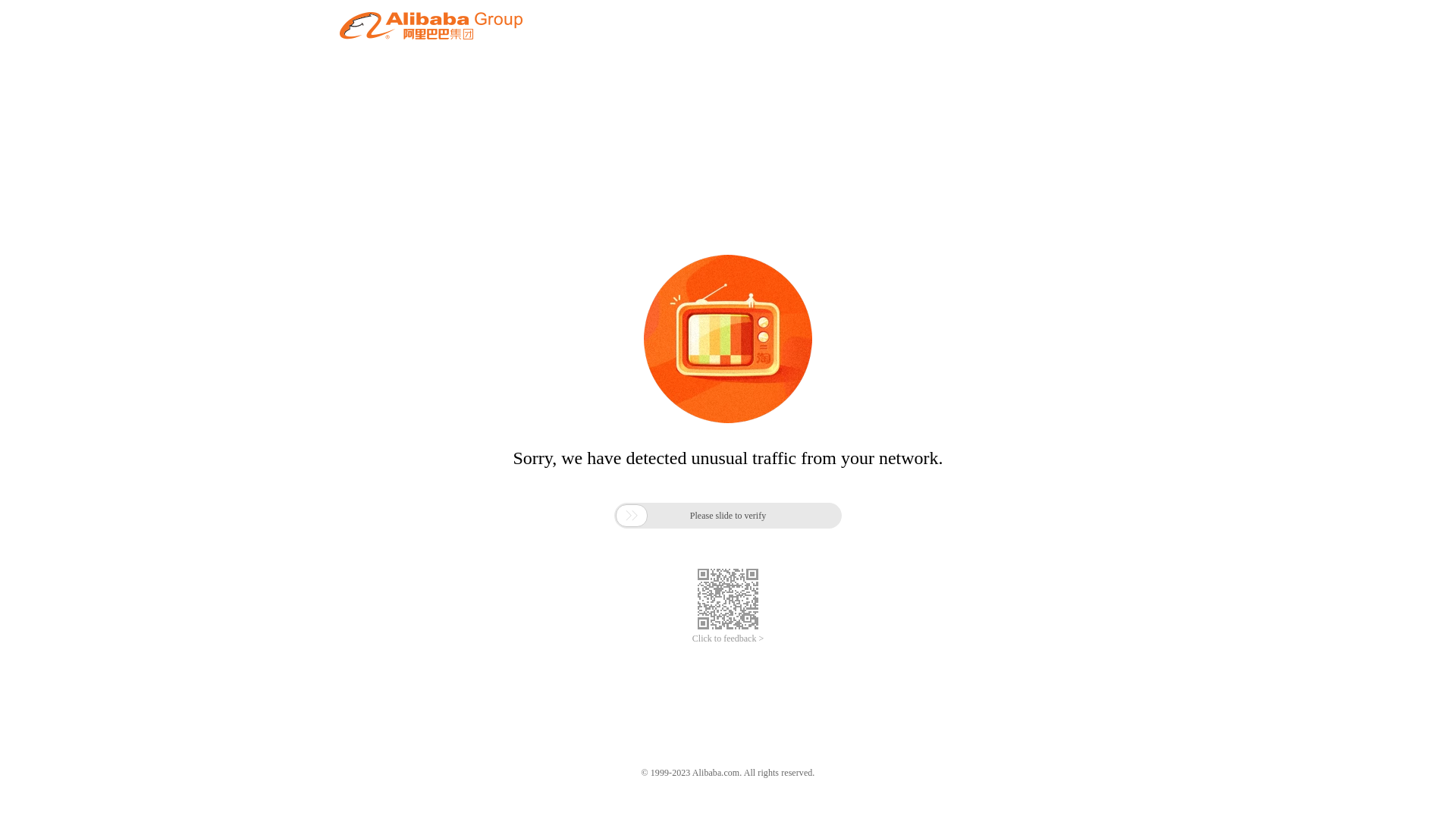  I want to click on 'Click to feedback >', so click(728, 639).